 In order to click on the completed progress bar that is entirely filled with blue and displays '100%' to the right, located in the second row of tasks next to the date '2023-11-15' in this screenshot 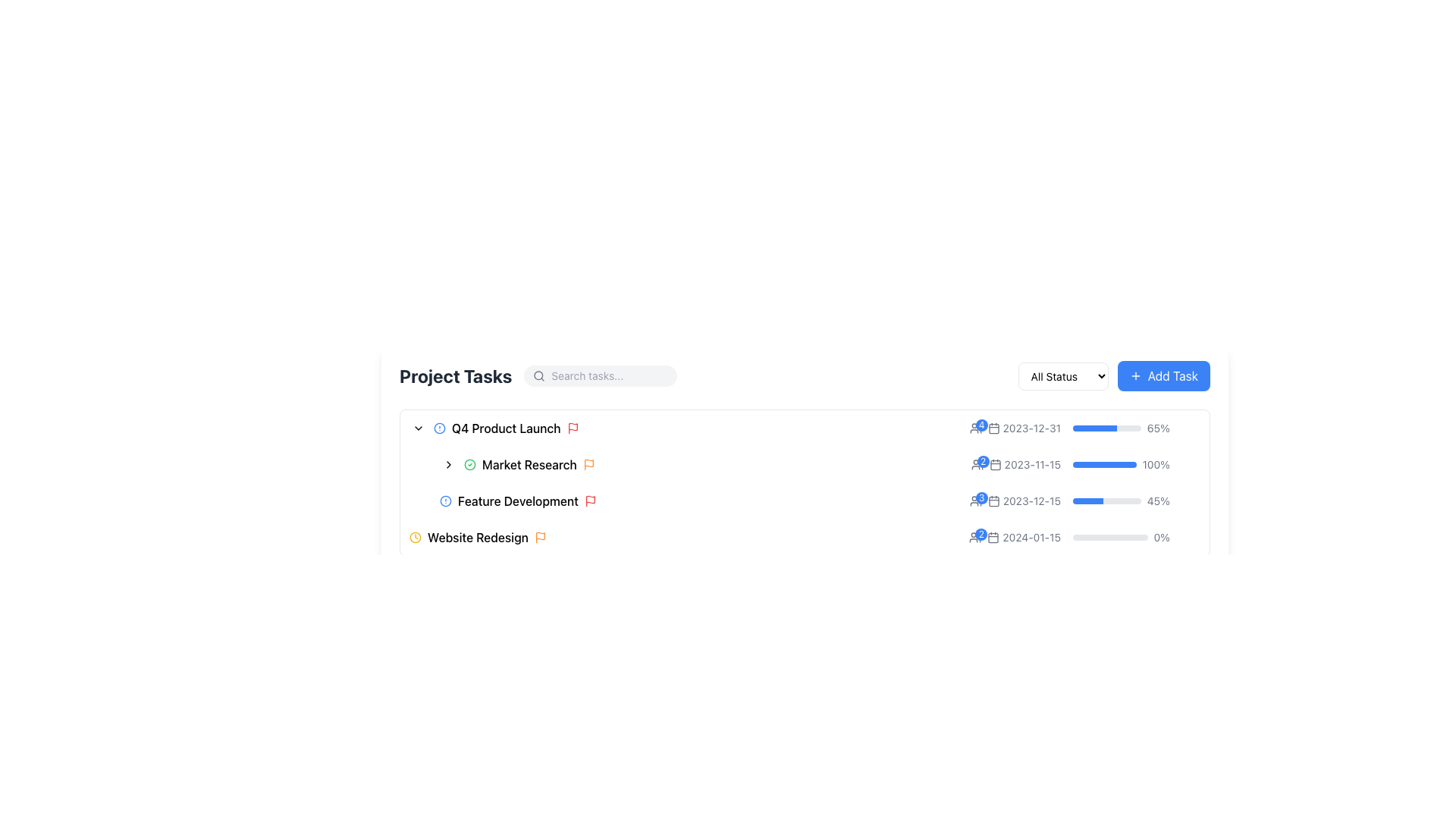, I will do `click(1121, 464)`.